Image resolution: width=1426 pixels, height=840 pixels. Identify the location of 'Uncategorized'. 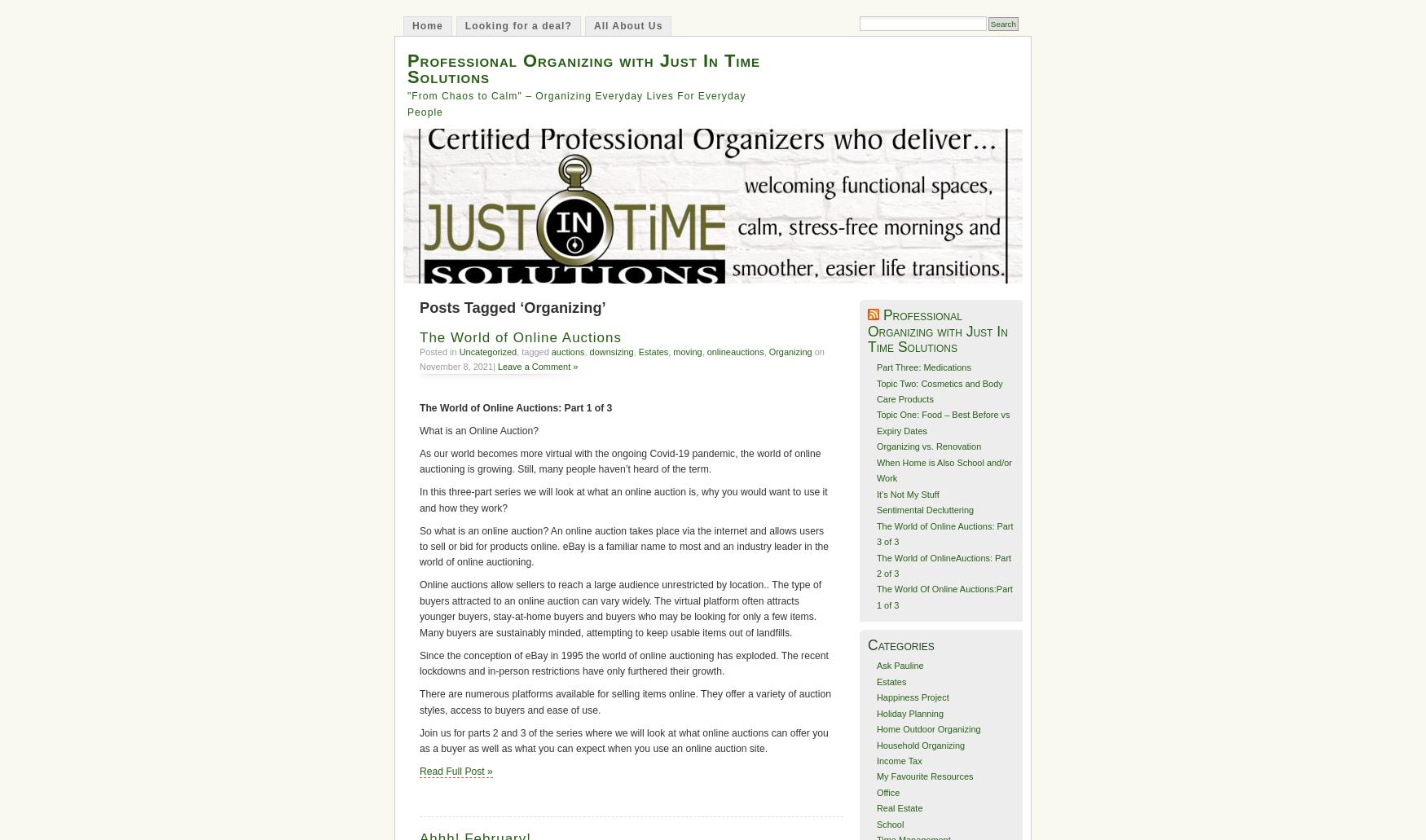
(457, 351).